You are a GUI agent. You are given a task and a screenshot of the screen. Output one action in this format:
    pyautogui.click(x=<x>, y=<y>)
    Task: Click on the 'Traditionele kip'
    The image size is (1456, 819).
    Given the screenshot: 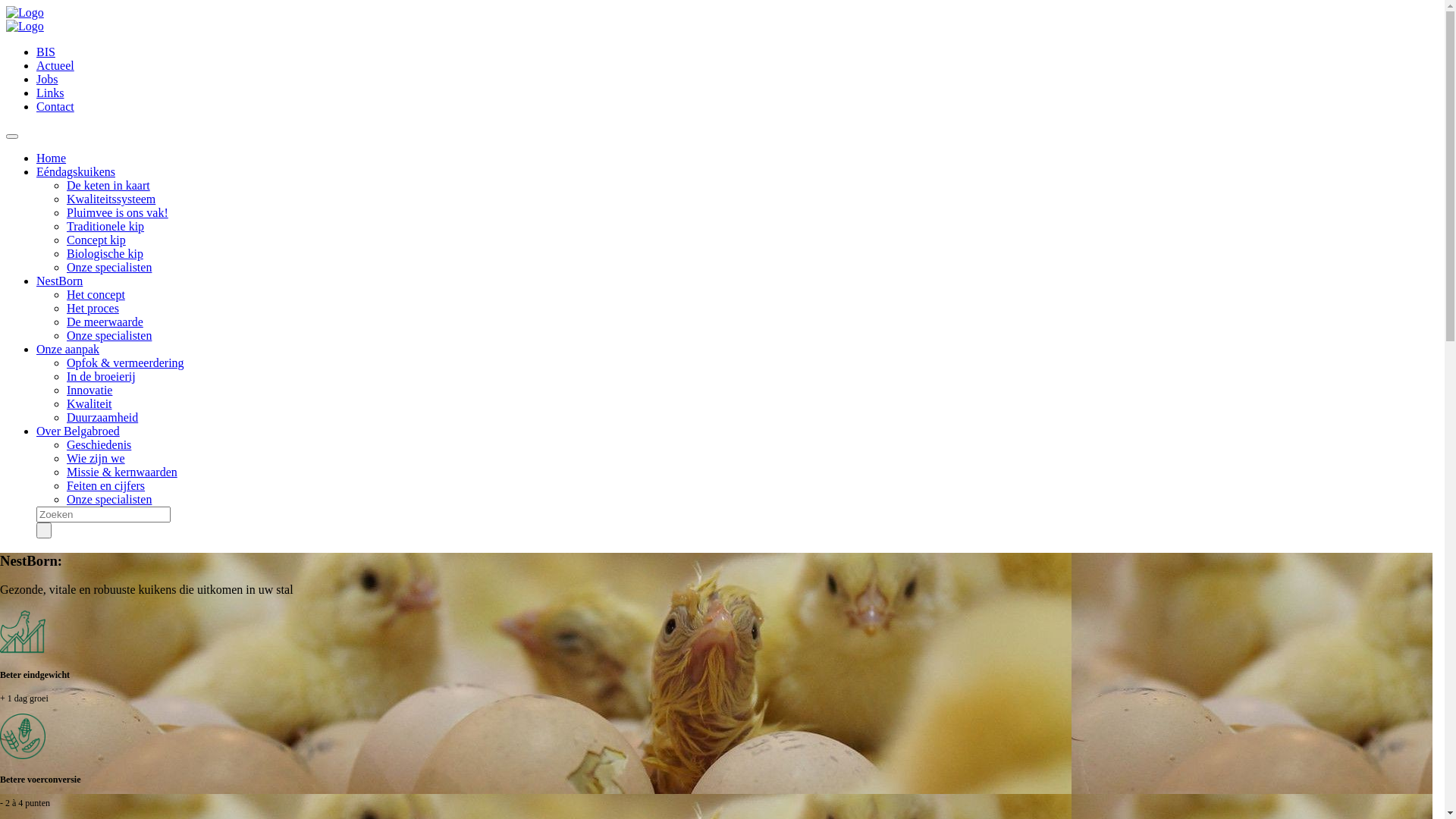 What is the action you would take?
    pyautogui.click(x=105, y=226)
    